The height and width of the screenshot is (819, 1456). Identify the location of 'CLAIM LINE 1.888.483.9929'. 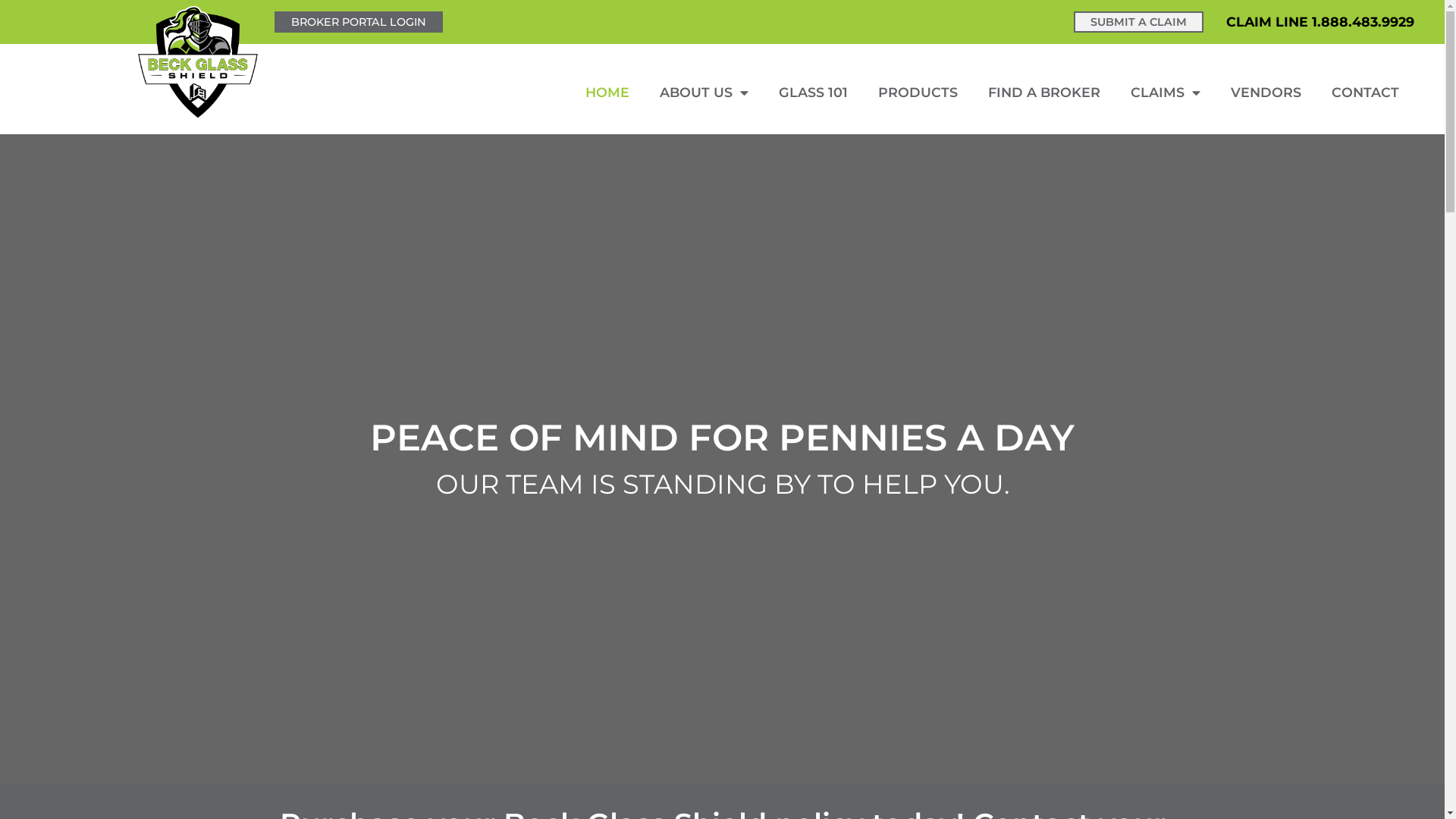
(1226, 21).